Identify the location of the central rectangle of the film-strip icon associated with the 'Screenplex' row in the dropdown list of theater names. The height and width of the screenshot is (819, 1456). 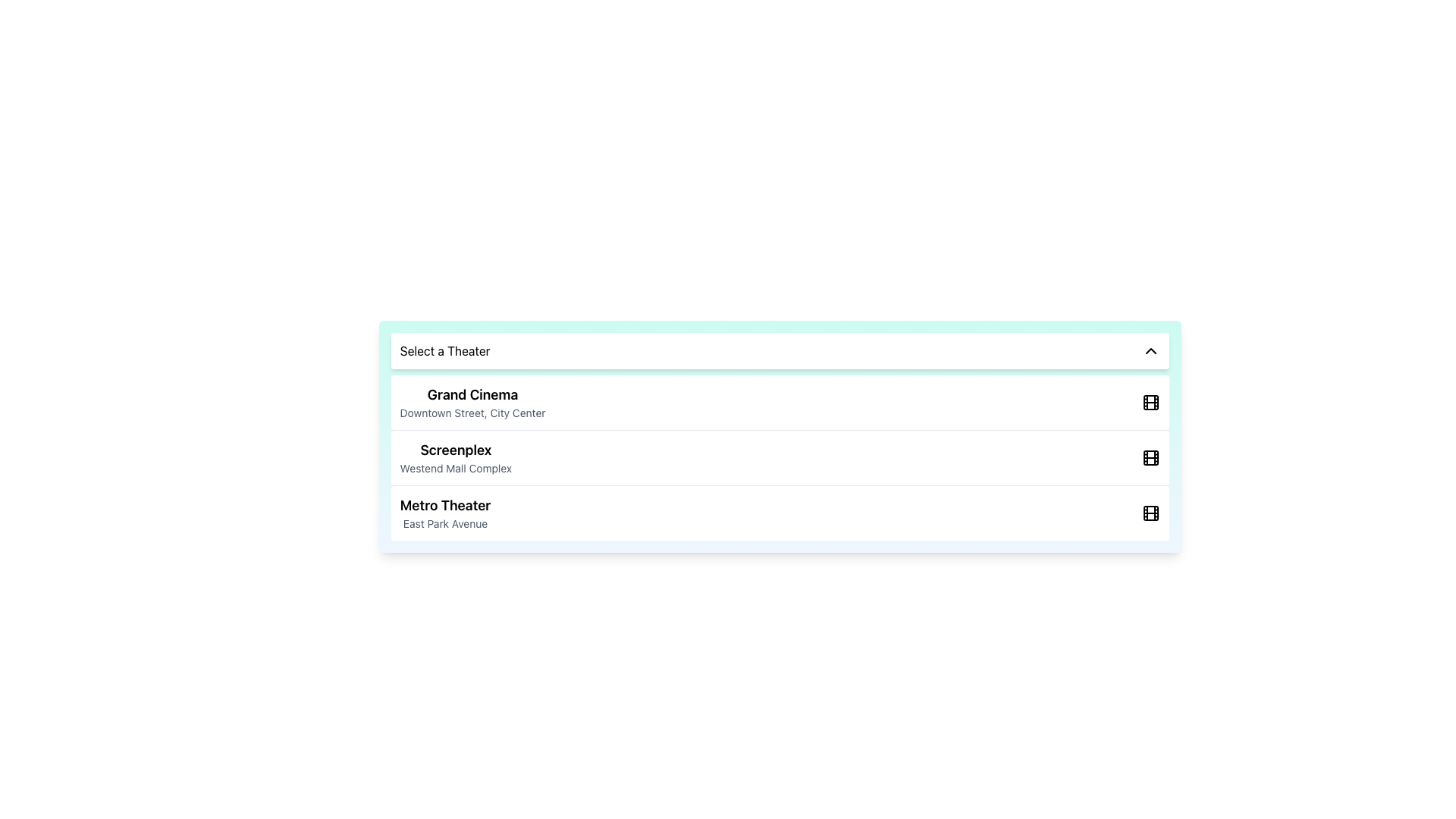
(1151, 457).